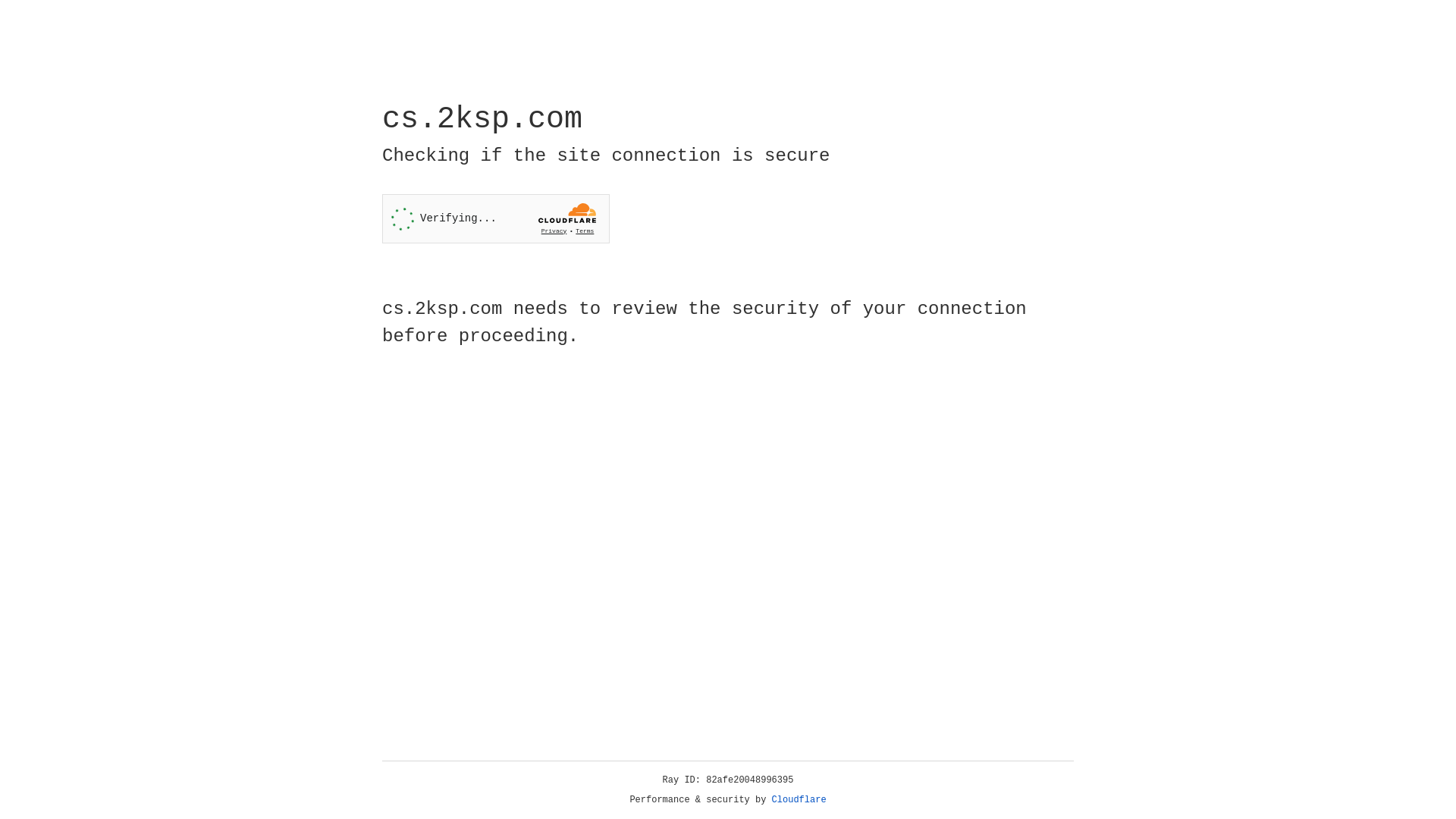  What do you see at coordinates (799, 799) in the screenshot?
I see `'Cloudflare'` at bounding box center [799, 799].